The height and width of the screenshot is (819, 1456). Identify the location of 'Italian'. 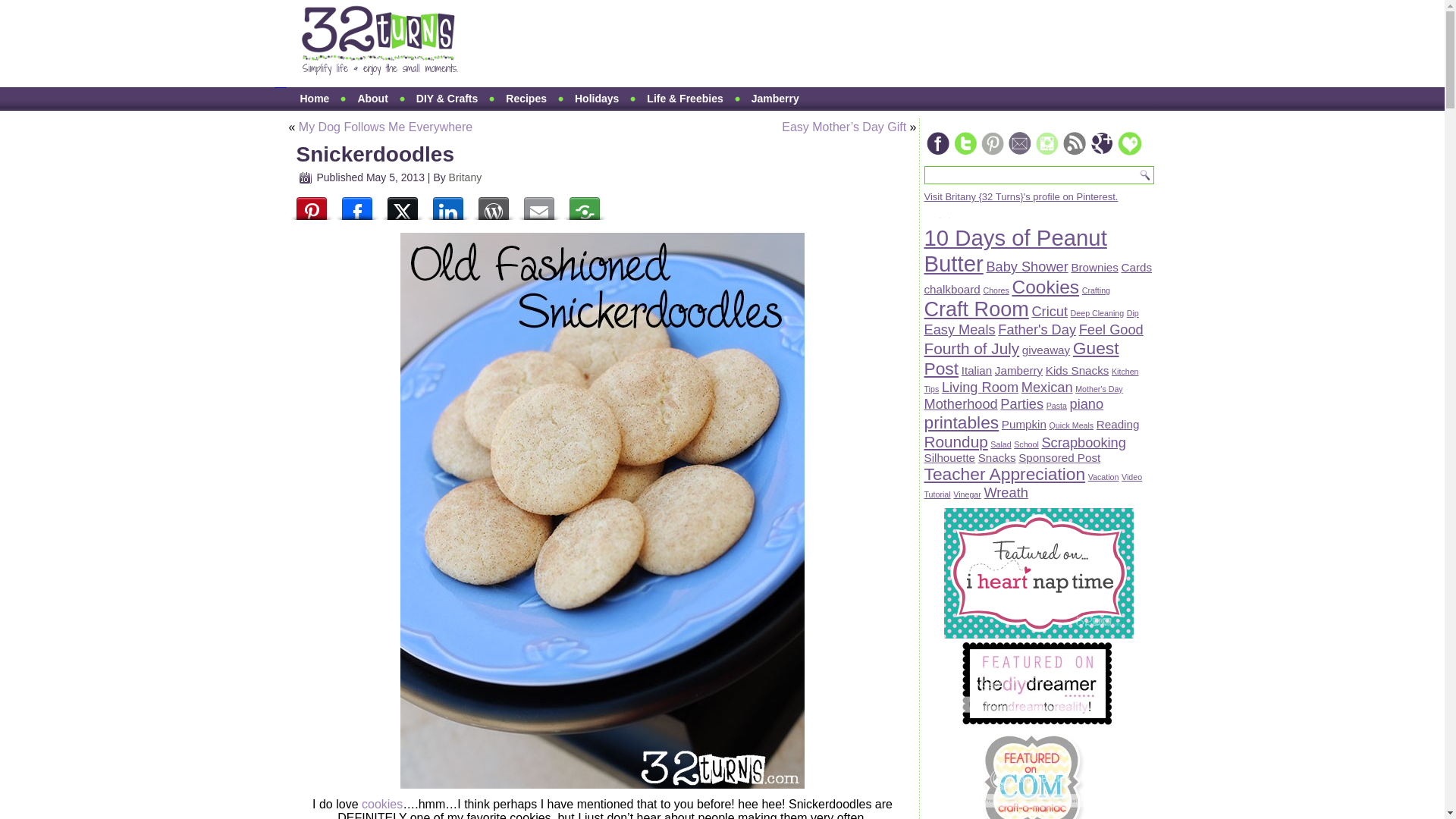
(960, 370).